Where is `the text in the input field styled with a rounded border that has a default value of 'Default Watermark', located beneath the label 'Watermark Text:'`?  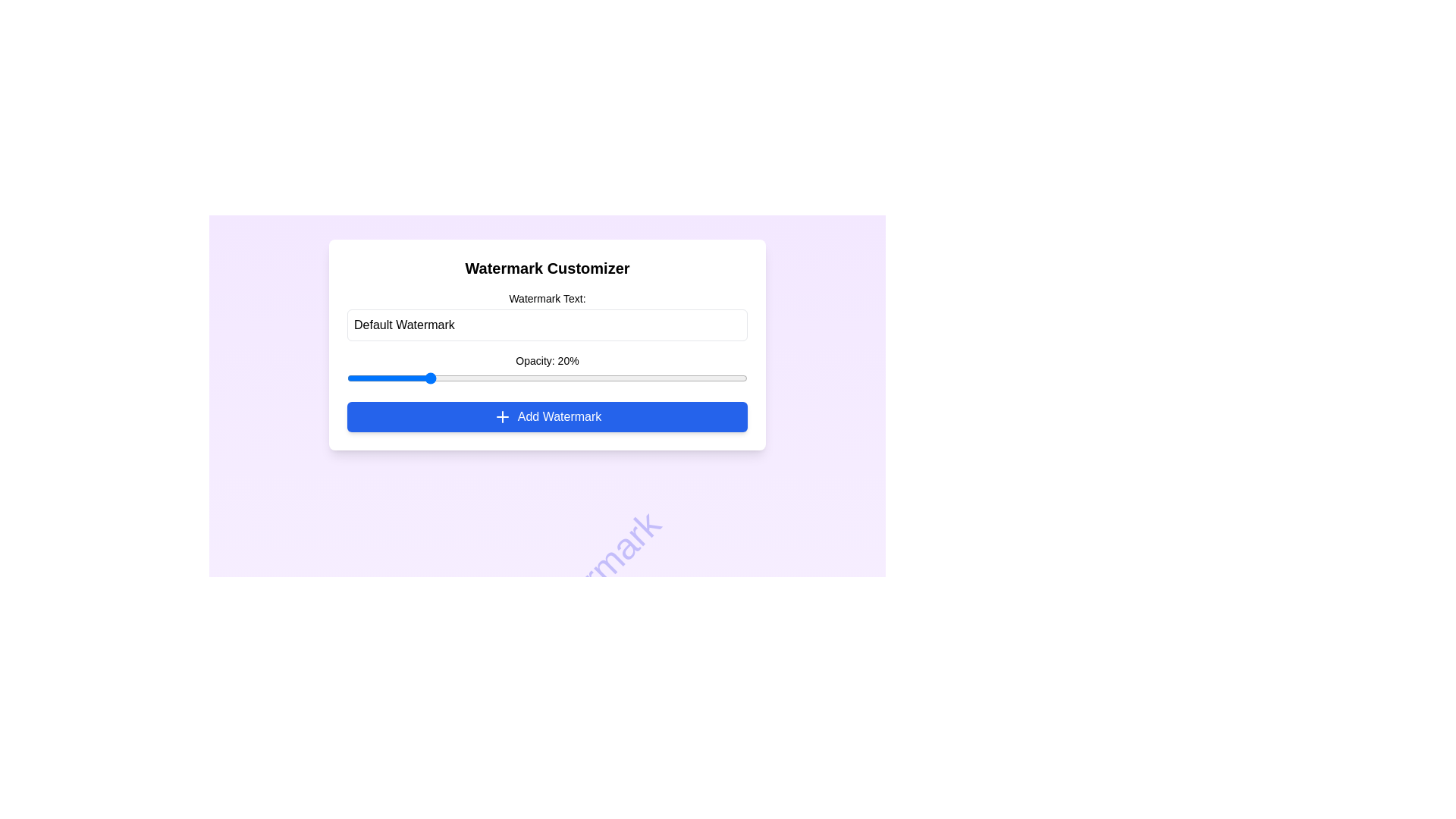
the text in the input field styled with a rounded border that has a default value of 'Default Watermark', located beneath the label 'Watermark Text:' is located at coordinates (546, 324).